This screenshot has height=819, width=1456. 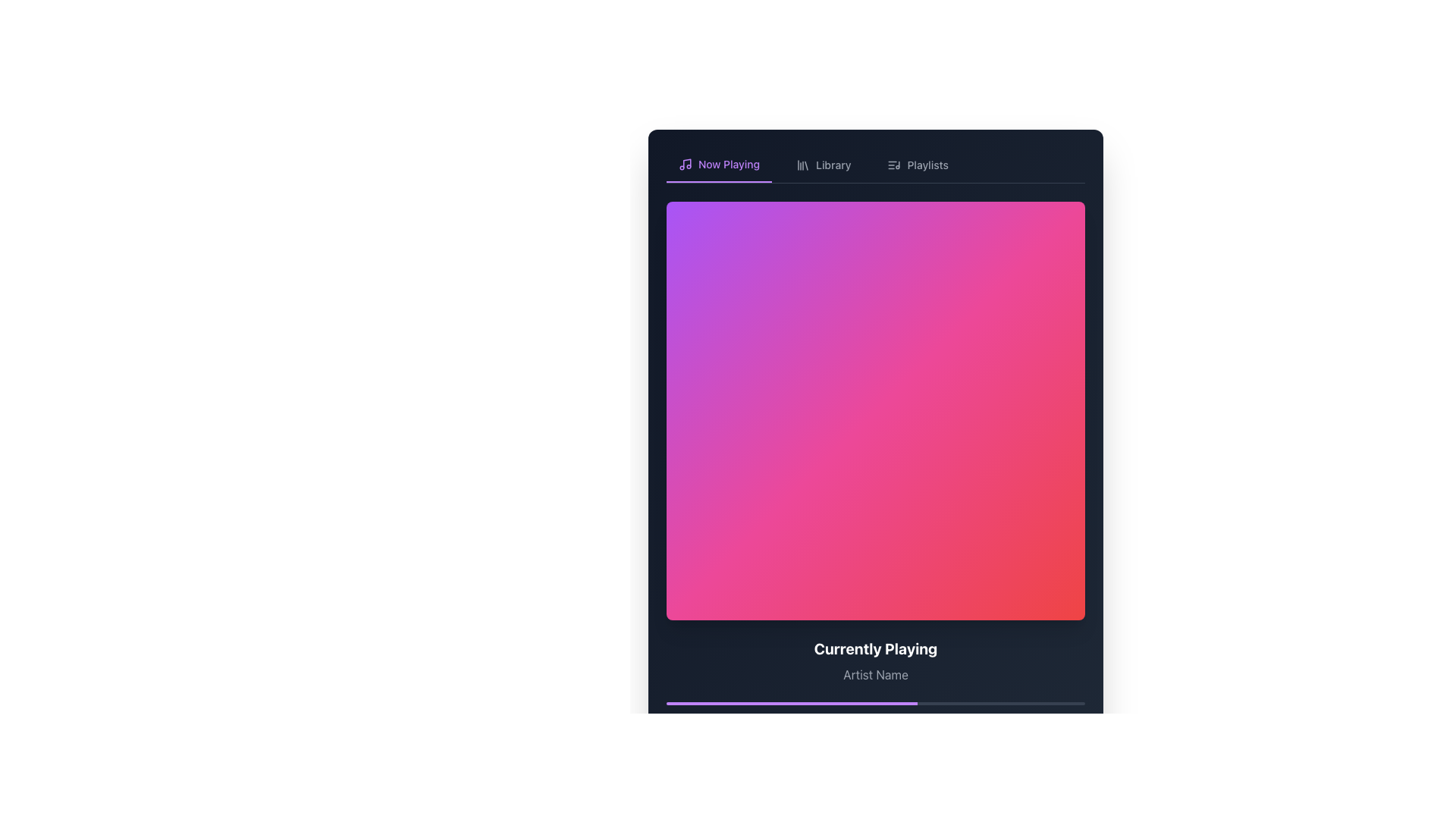 I want to click on the vertical segment of the musical note icon located to the left of the 'Now Playing' tab in the top navigation bar, so click(x=686, y=163).